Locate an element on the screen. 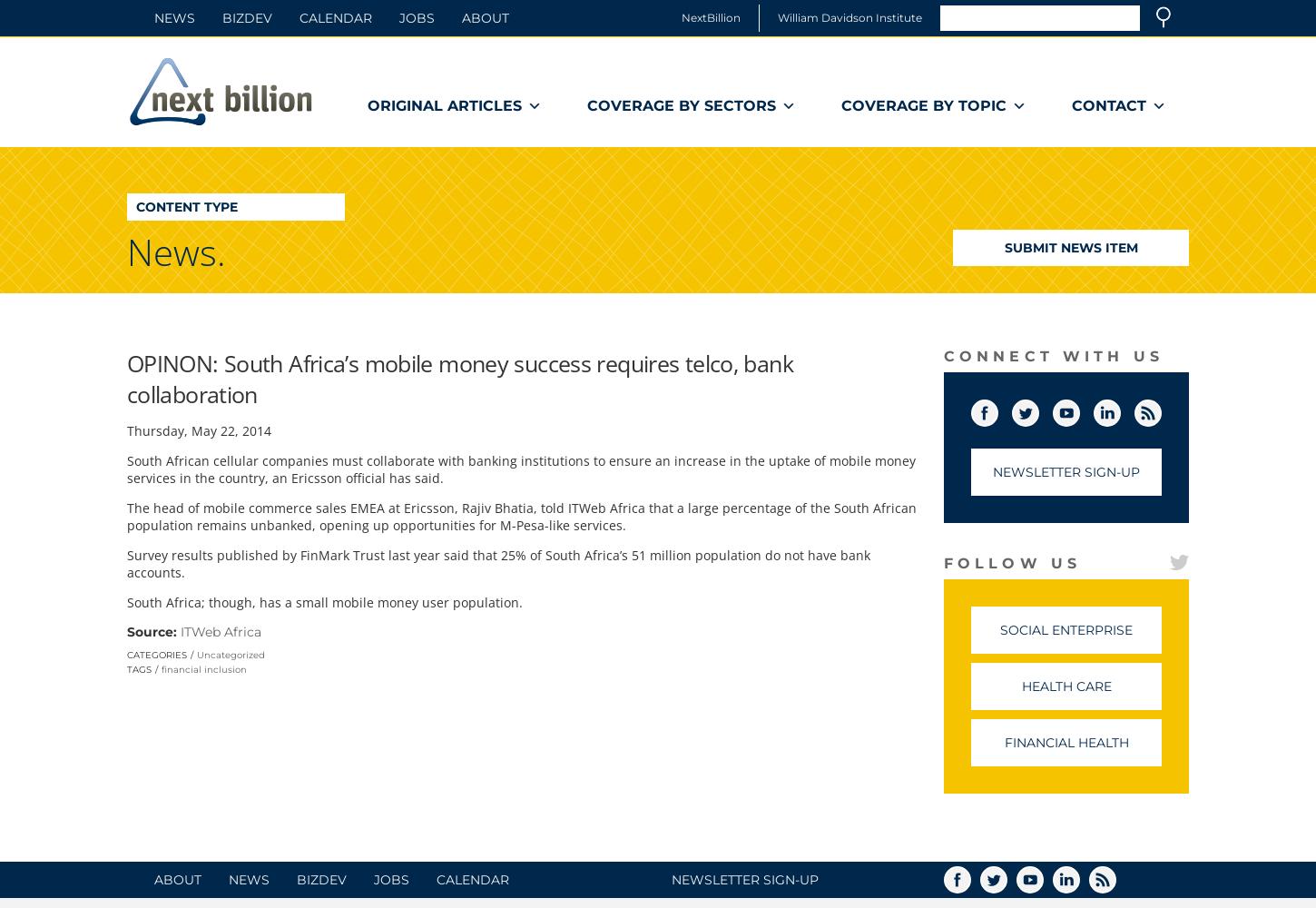 This screenshot has width=1316, height=908. 'Follow Us' is located at coordinates (1011, 562).